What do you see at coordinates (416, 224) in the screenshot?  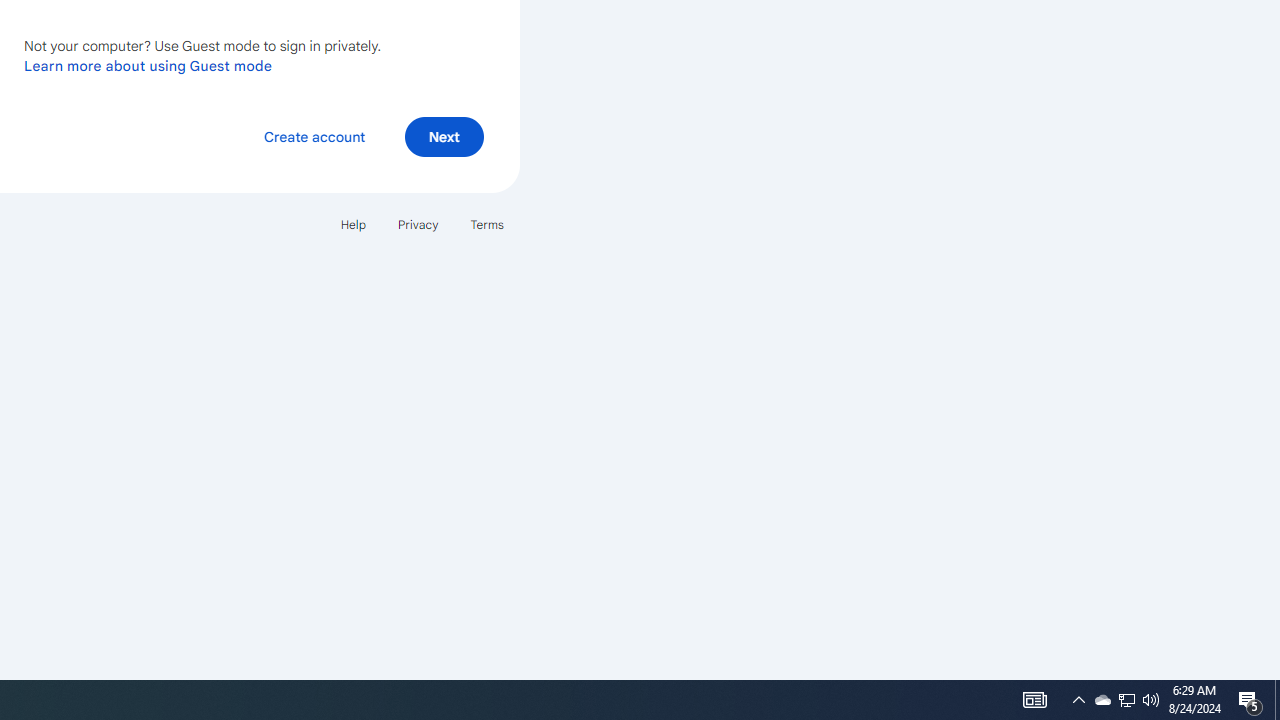 I see `'Privacy'` at bounding box center [416, 224].